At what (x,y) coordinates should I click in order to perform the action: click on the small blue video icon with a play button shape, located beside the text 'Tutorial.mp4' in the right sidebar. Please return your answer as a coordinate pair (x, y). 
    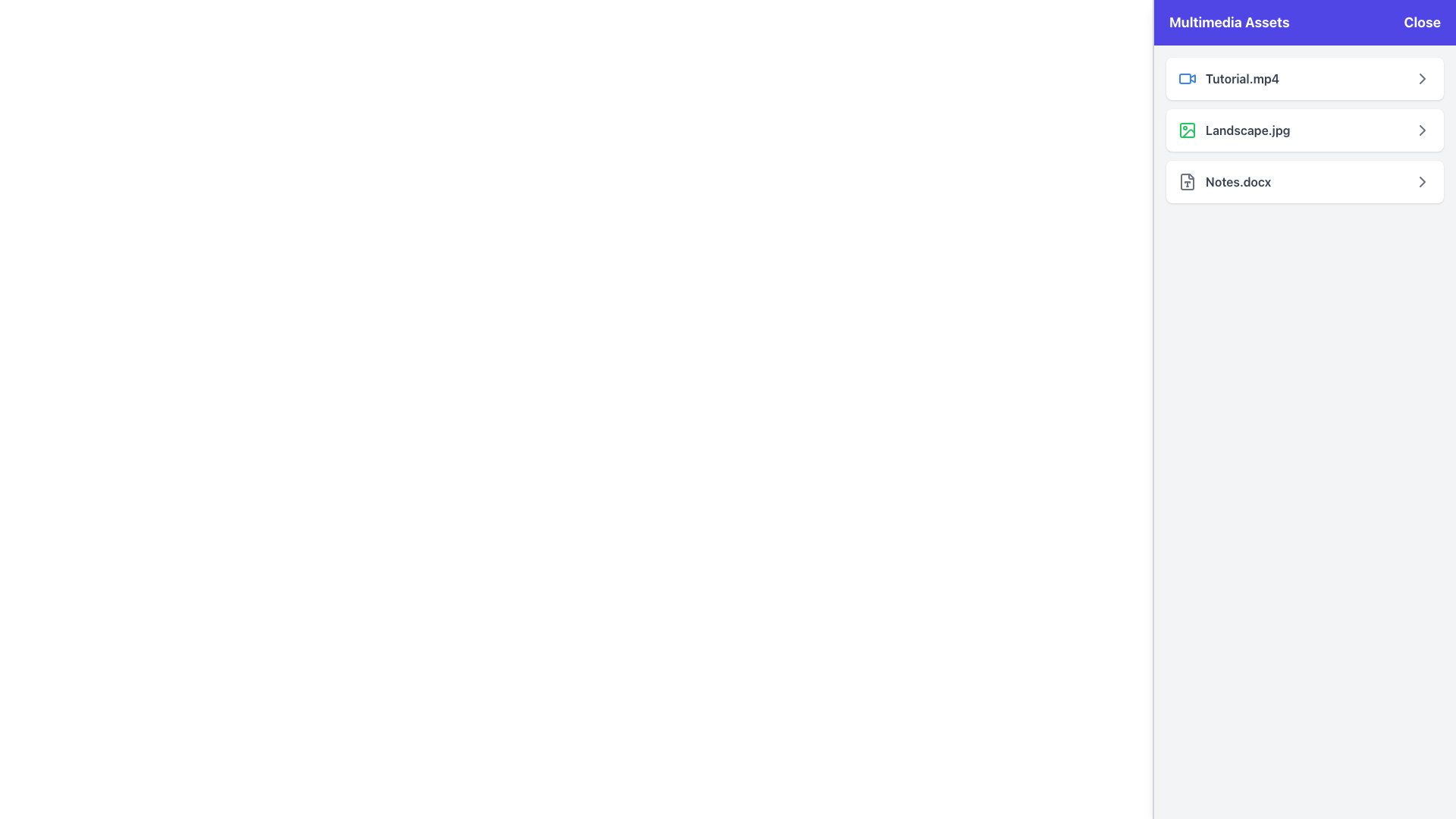
    Looking at the image, I should click on (1186, 79).